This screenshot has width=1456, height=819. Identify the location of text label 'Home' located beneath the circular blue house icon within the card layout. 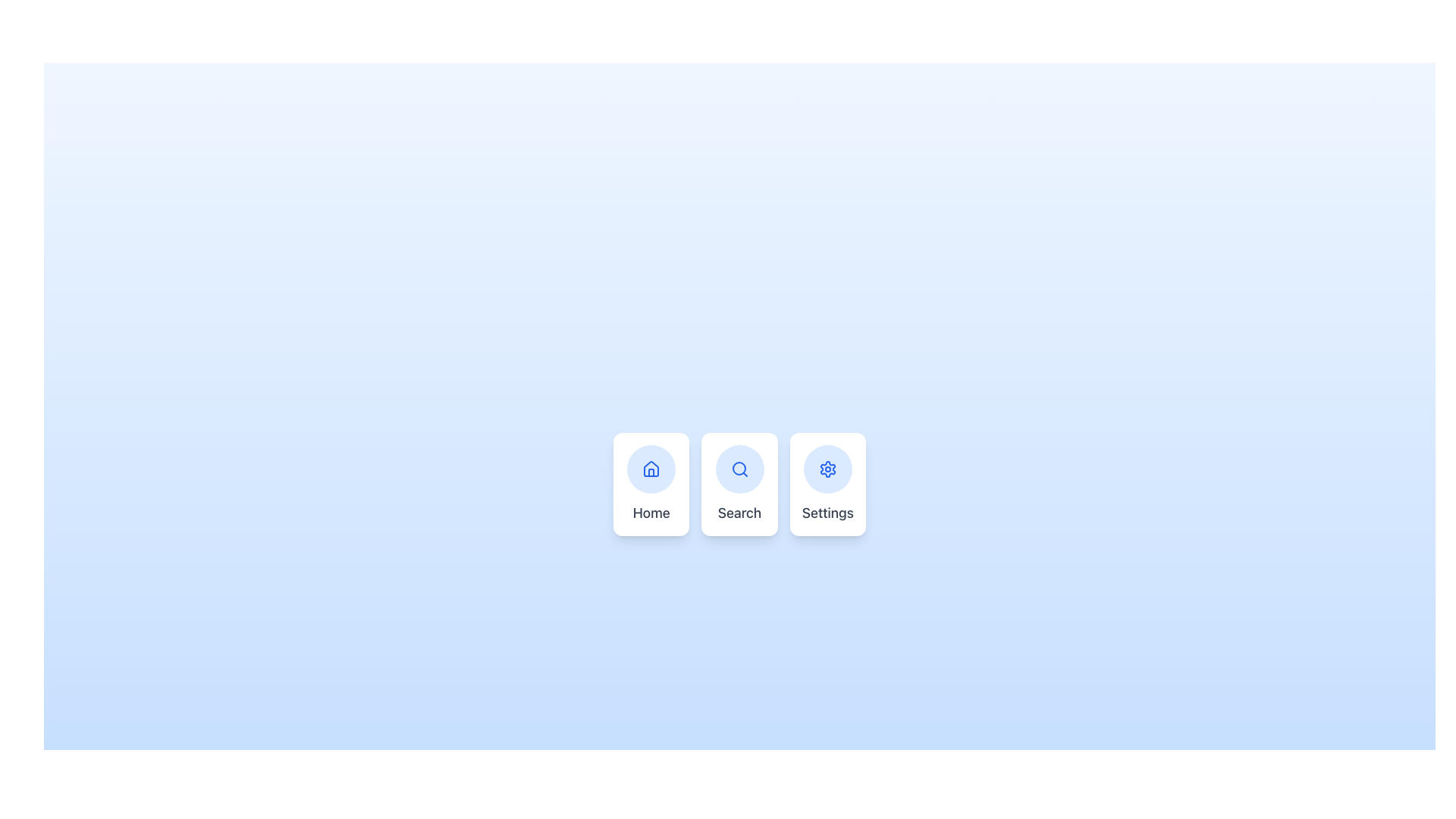
(651, 513).